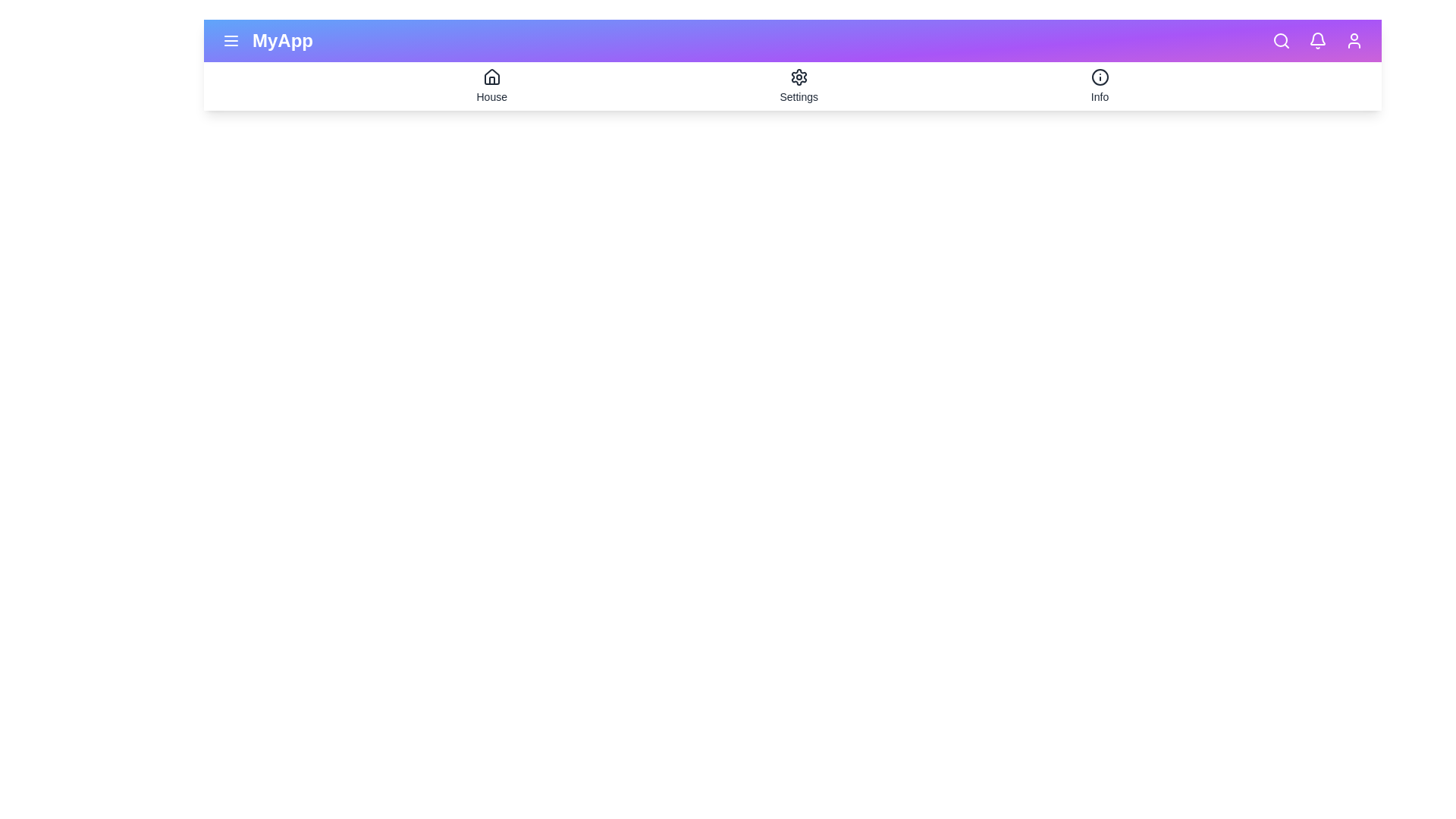  I want to click on the search icon to initiate a search, so click(1280, 40).